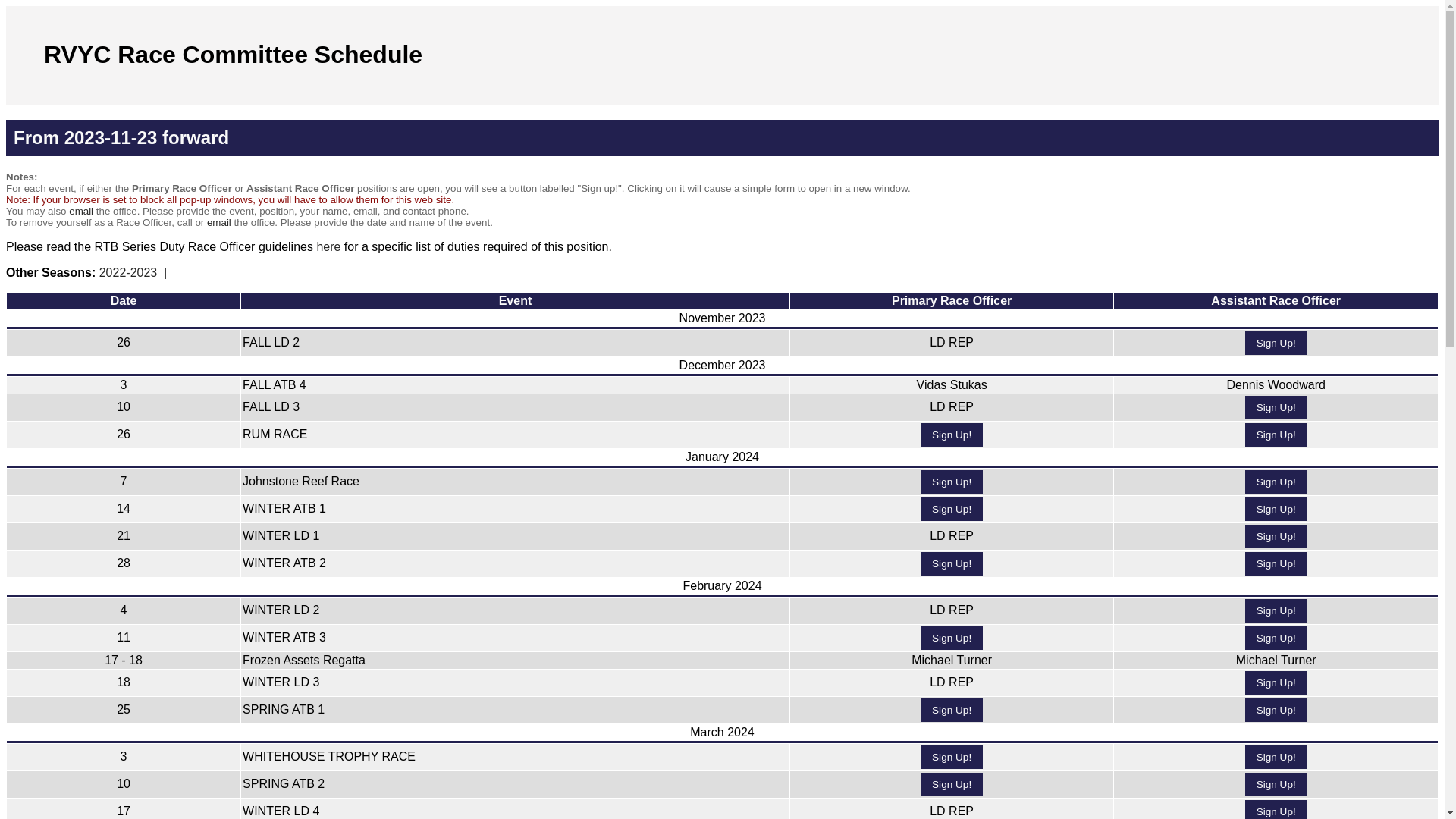 The image size is (1456, 819). Describe the element at coordinates (950, 509) in the screenshot. I see `'Sign Up!'` at that location.